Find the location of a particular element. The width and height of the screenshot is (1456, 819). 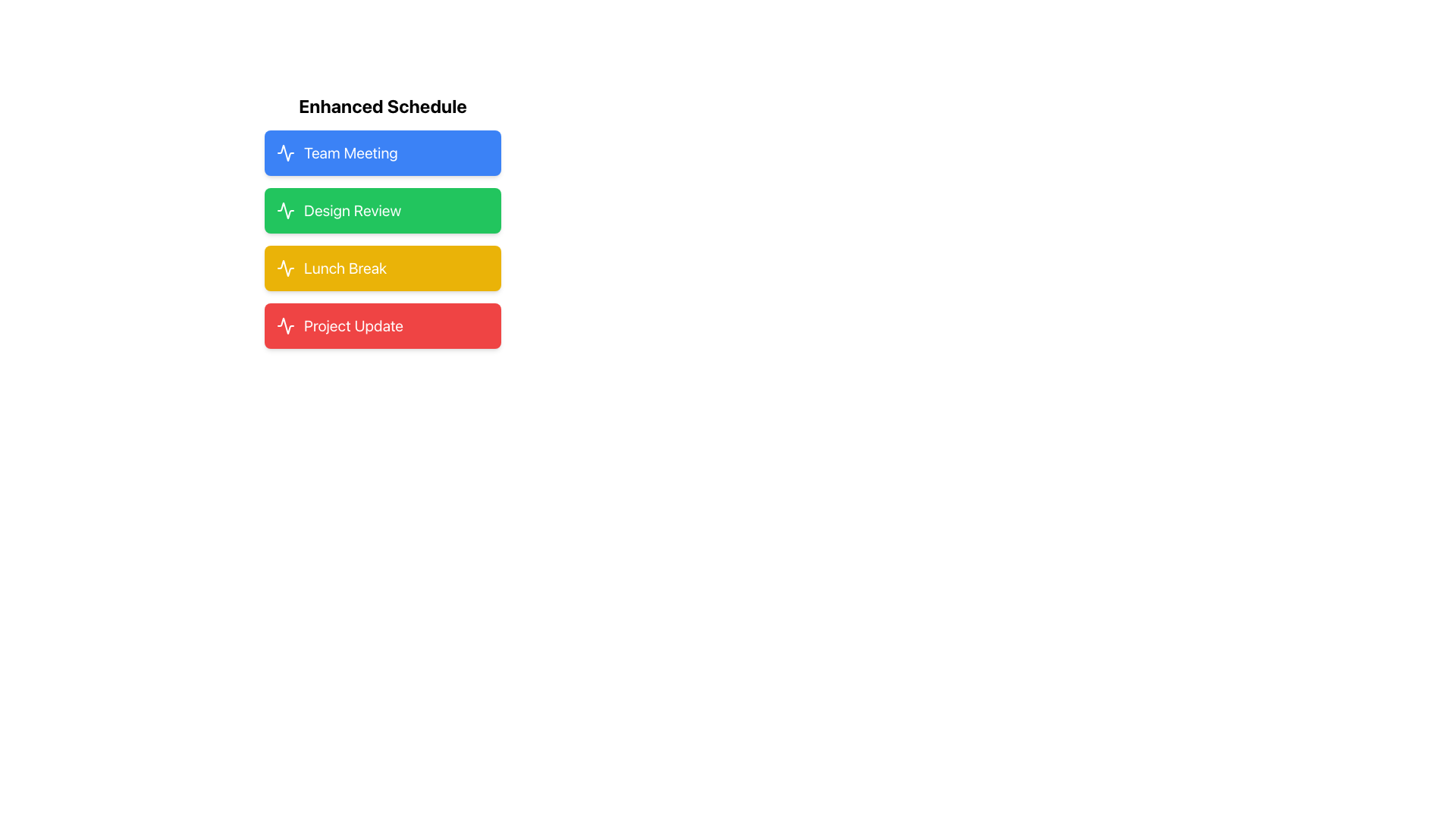

the icon representing the 'Team Meeting' item, which is located at the top of the list on the left side of the blue card under the 'Enhanced Schedule' heading is located at coordinates (286, 152).